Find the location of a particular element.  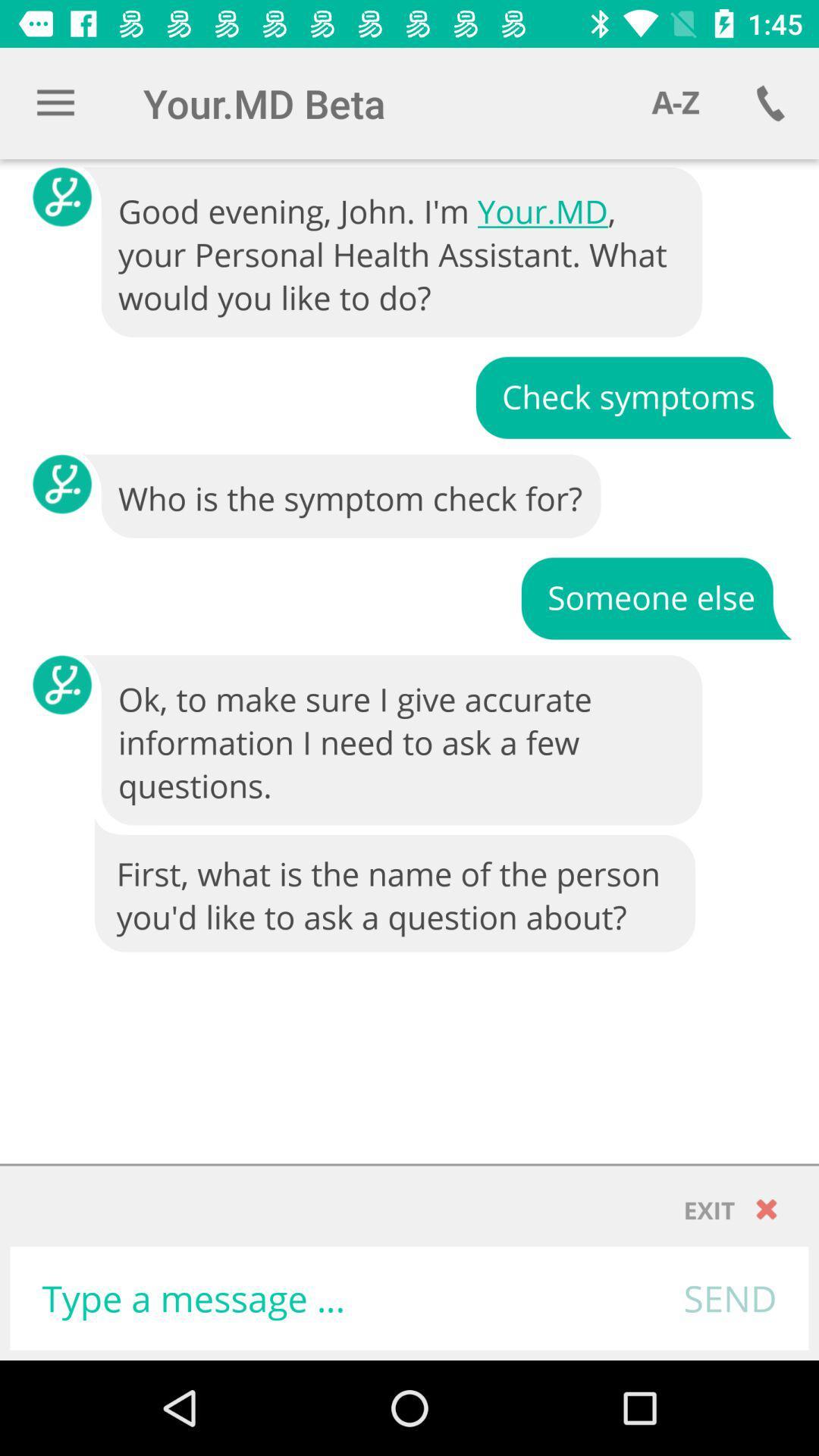

item below the exit item is located at coordinates (730, 1298).